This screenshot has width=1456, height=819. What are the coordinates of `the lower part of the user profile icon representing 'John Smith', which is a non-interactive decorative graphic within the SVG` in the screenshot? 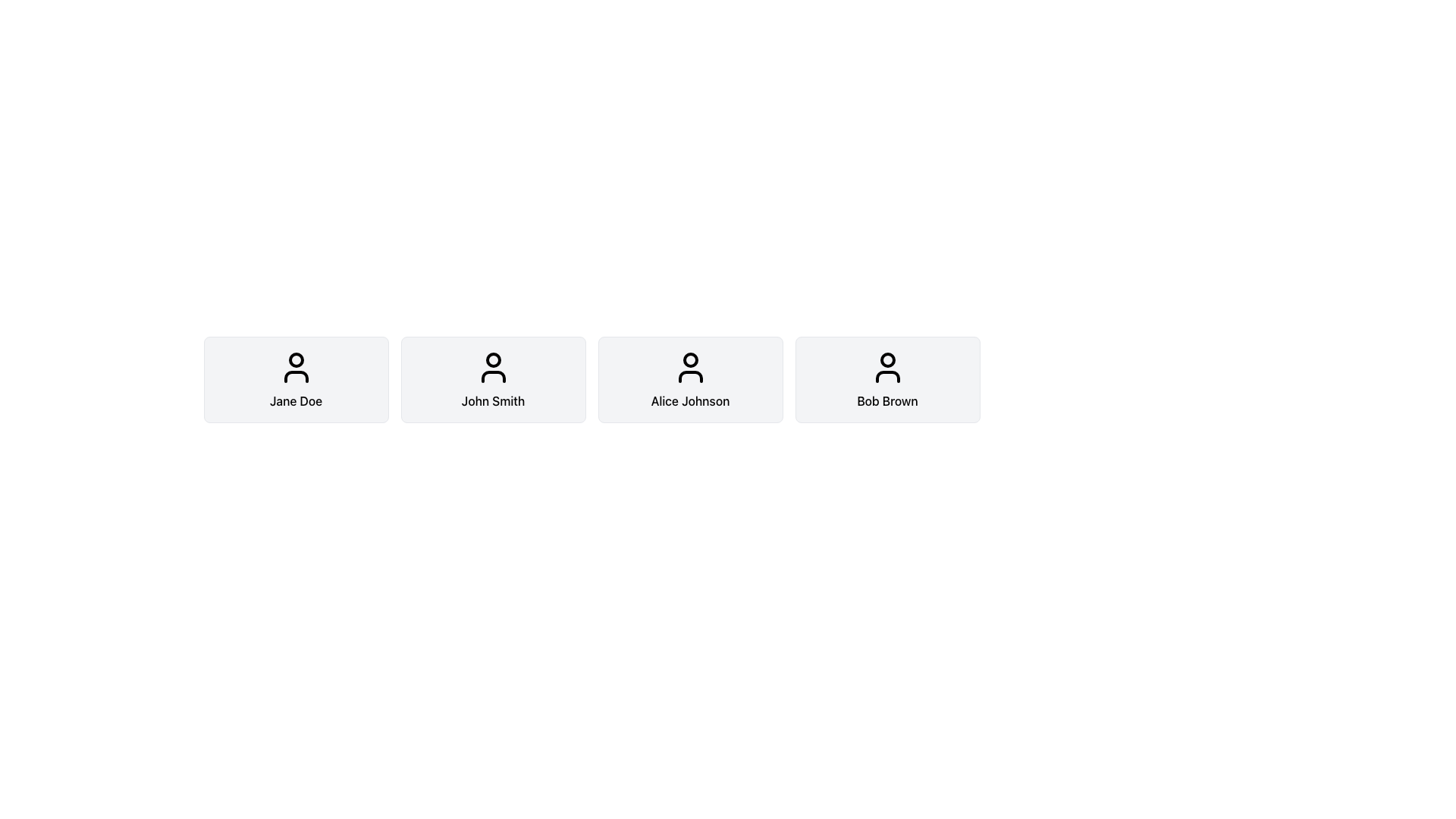 It's located at (493, 376).